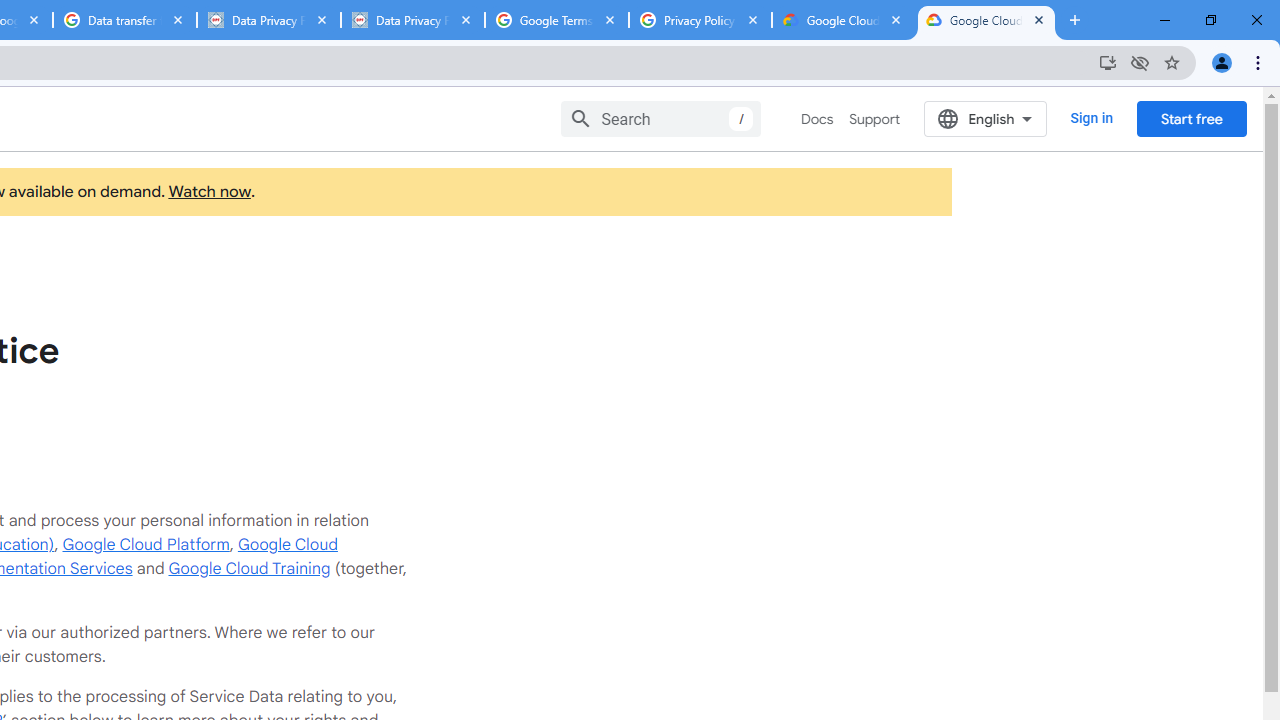 The image size is (1280, 720). I want to click on 'English', so click(985, 118).